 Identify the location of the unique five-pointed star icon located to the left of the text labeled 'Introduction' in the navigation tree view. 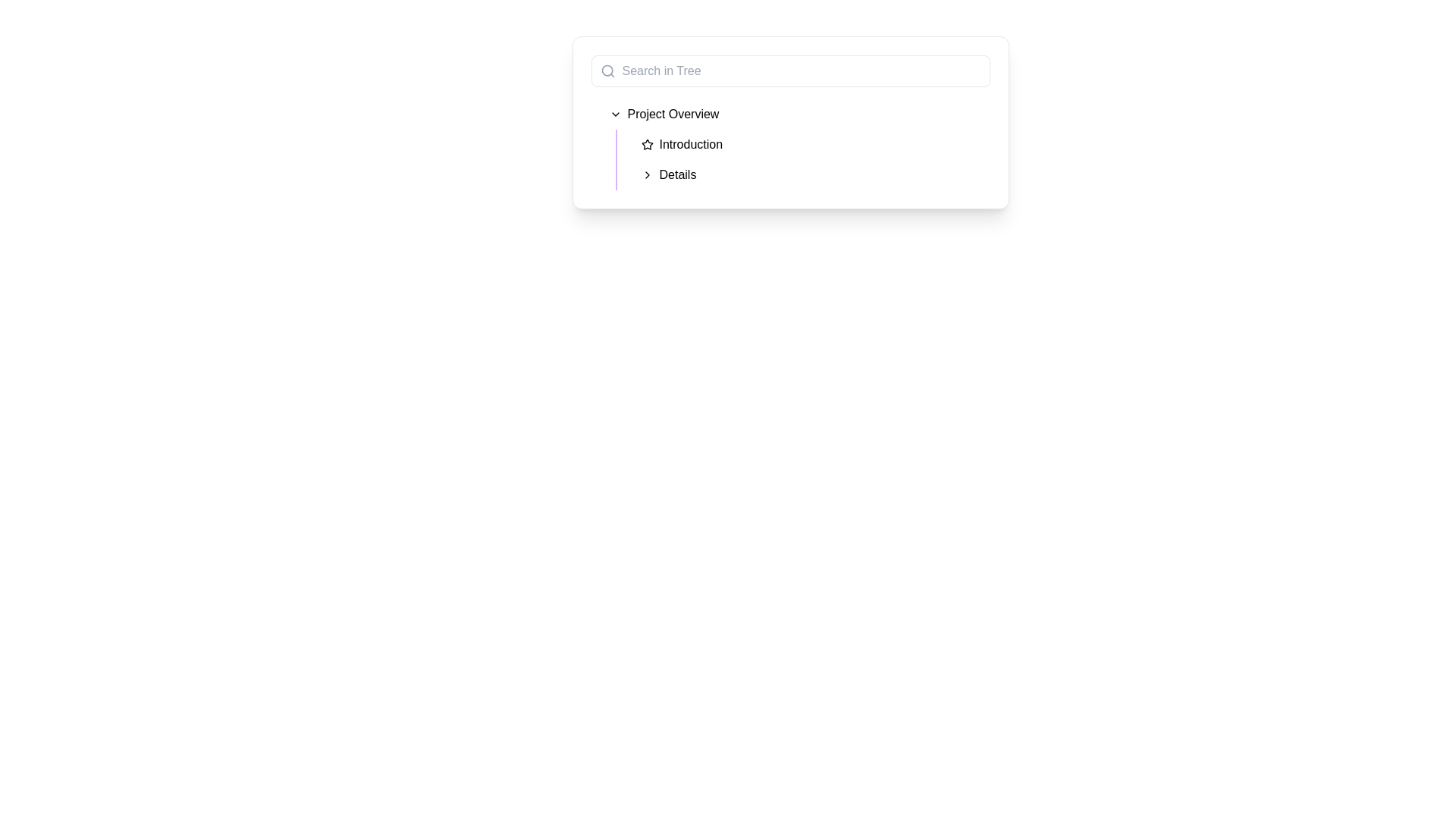
(647, 144).